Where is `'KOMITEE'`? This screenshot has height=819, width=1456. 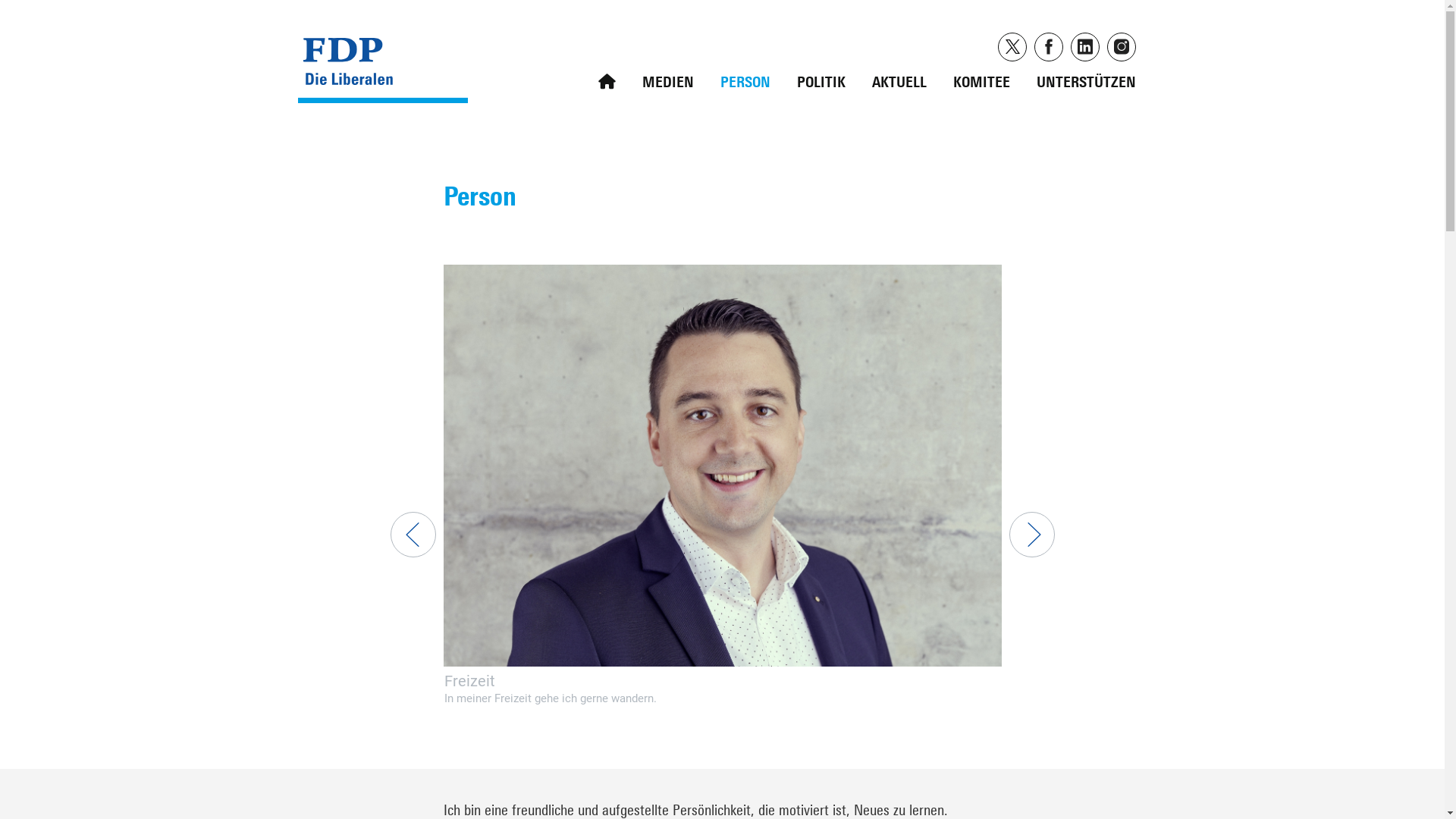 'KOMITEE' is located at coordinates (981, 78).